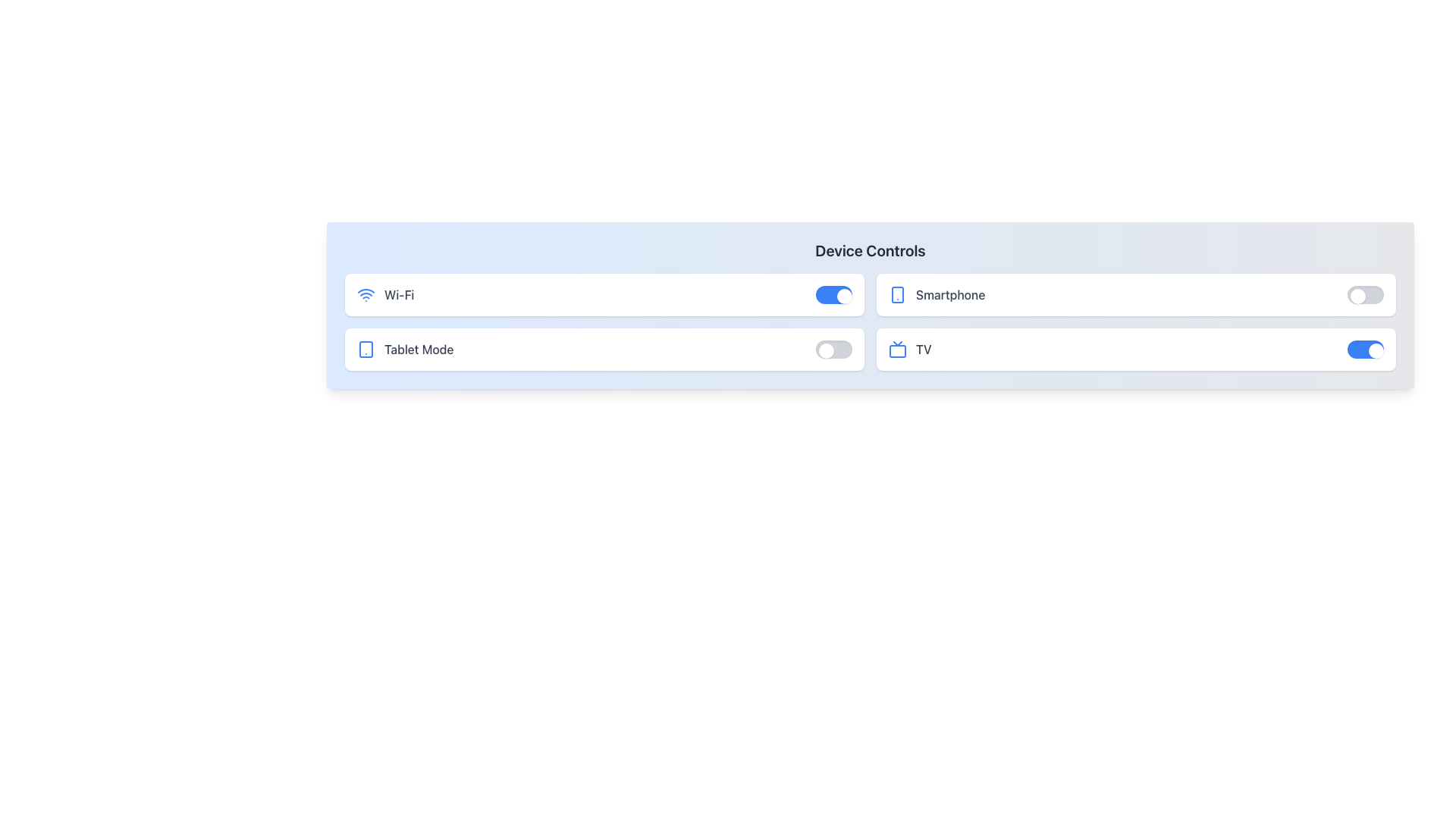 The height and width of the screenshot is (819, 1456). Describe the element at coordinates (399, 295) in the screenshot. I see `the 'Wi-Fi' text label, which is displayed in medium-sized gray font and is located near the top left corner of the interface, to the right of the Wi-Fi icon` at that location.